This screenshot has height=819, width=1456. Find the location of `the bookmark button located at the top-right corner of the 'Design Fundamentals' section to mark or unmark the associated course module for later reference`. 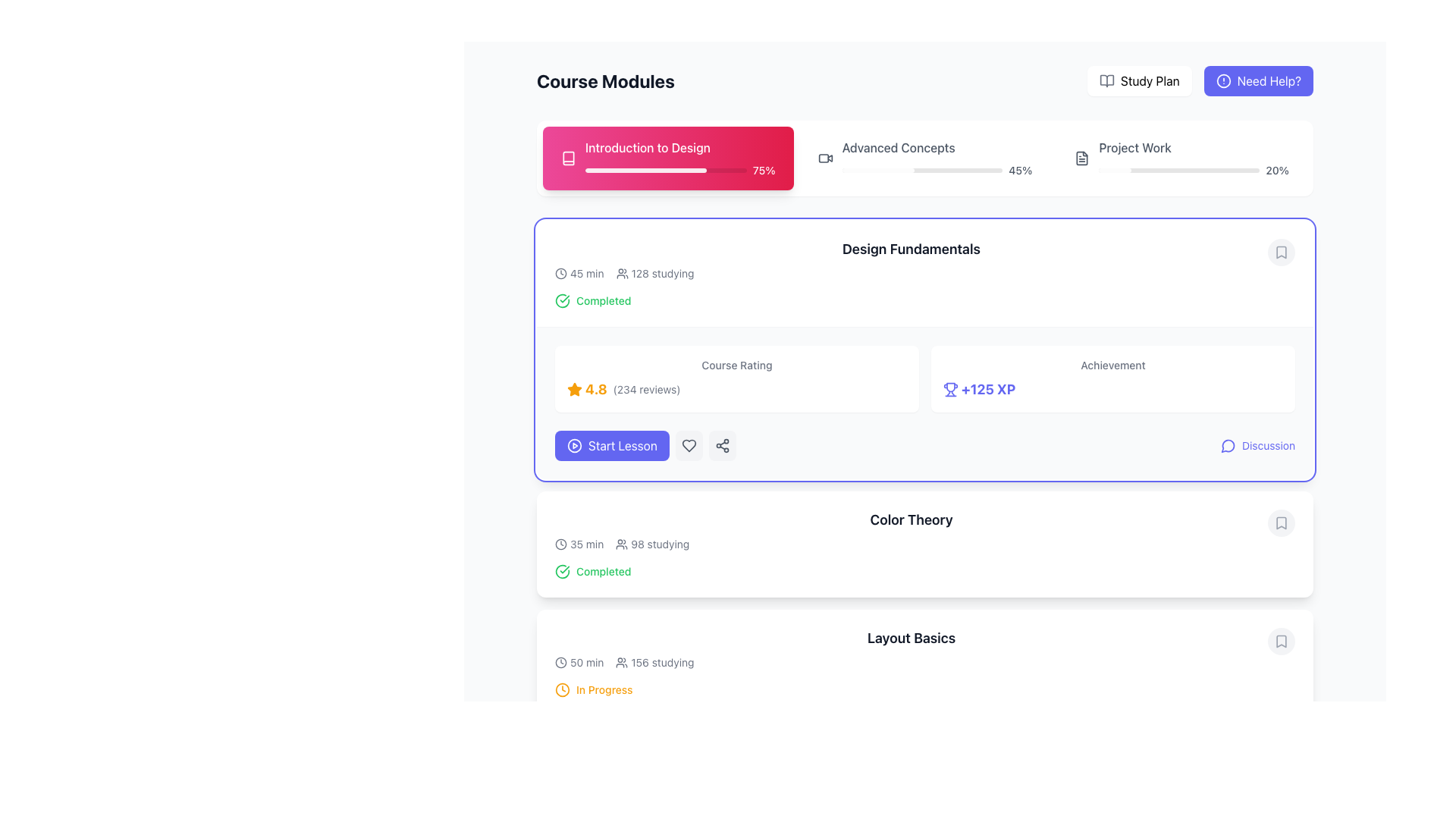

the bookmark button located at the top-right corner of the 'Design Fundamentals' section to mark or unmark the associated course module for later reference is located at coordinates (1280, 251).